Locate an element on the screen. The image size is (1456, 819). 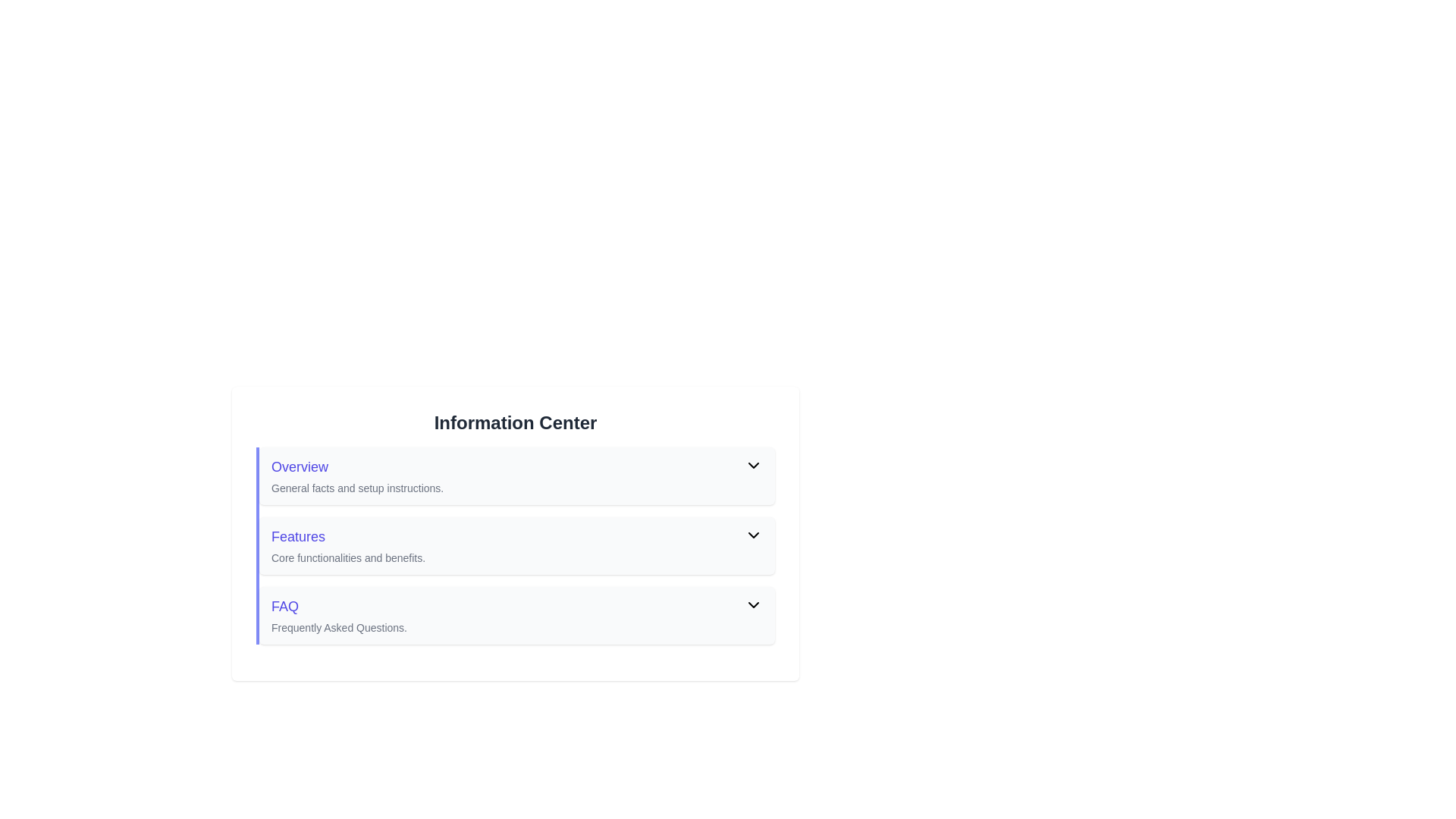
the downward-pointing chevron icon located at the right end of the 'FAQ' accordion section is located at coordinates (753, 604).